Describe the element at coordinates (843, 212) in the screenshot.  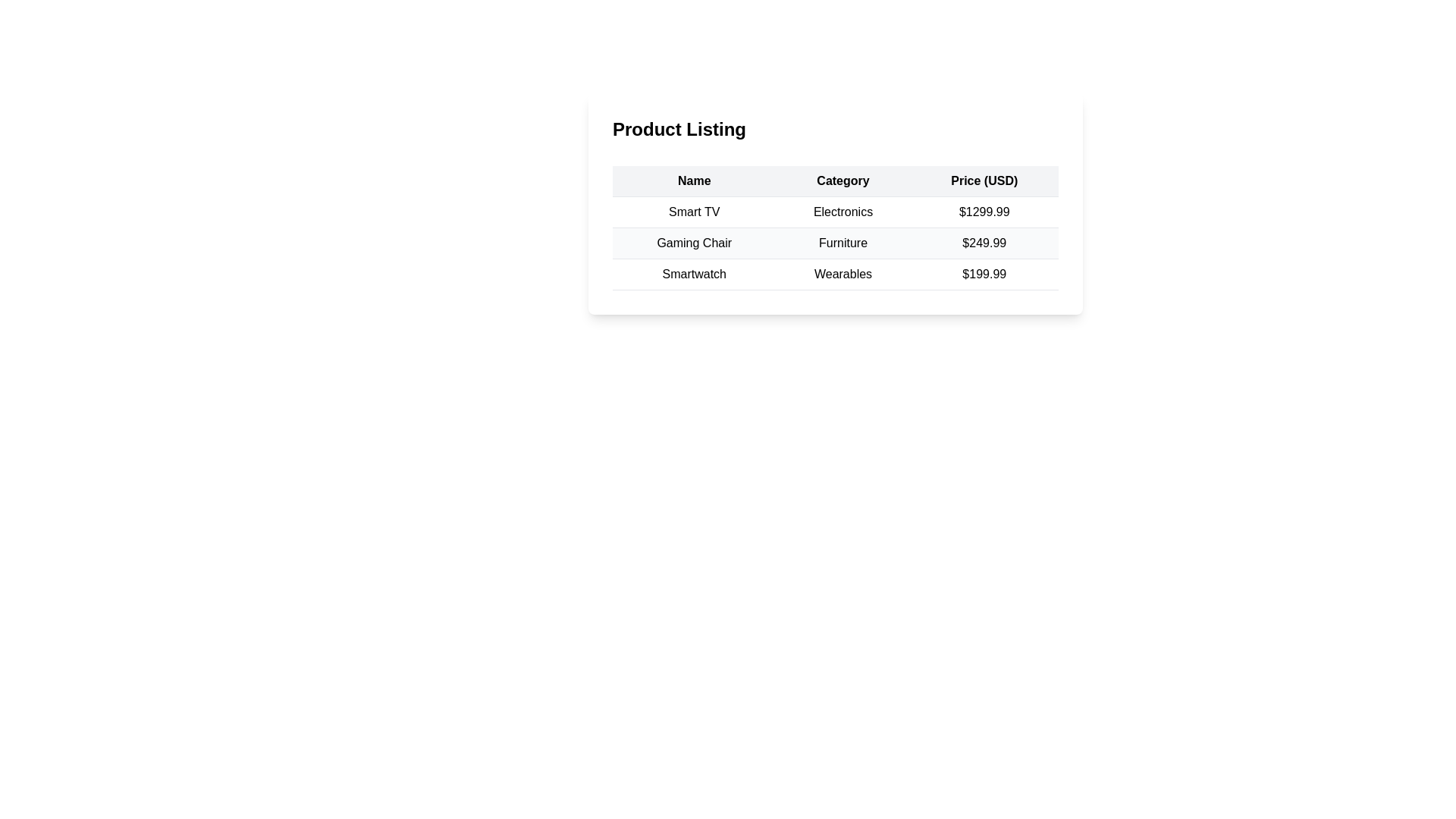
I see `the 'Electronics' text label in the second column of the first row of the table, which is centrally aligned and styled in a bold sans-serif font` at that location.